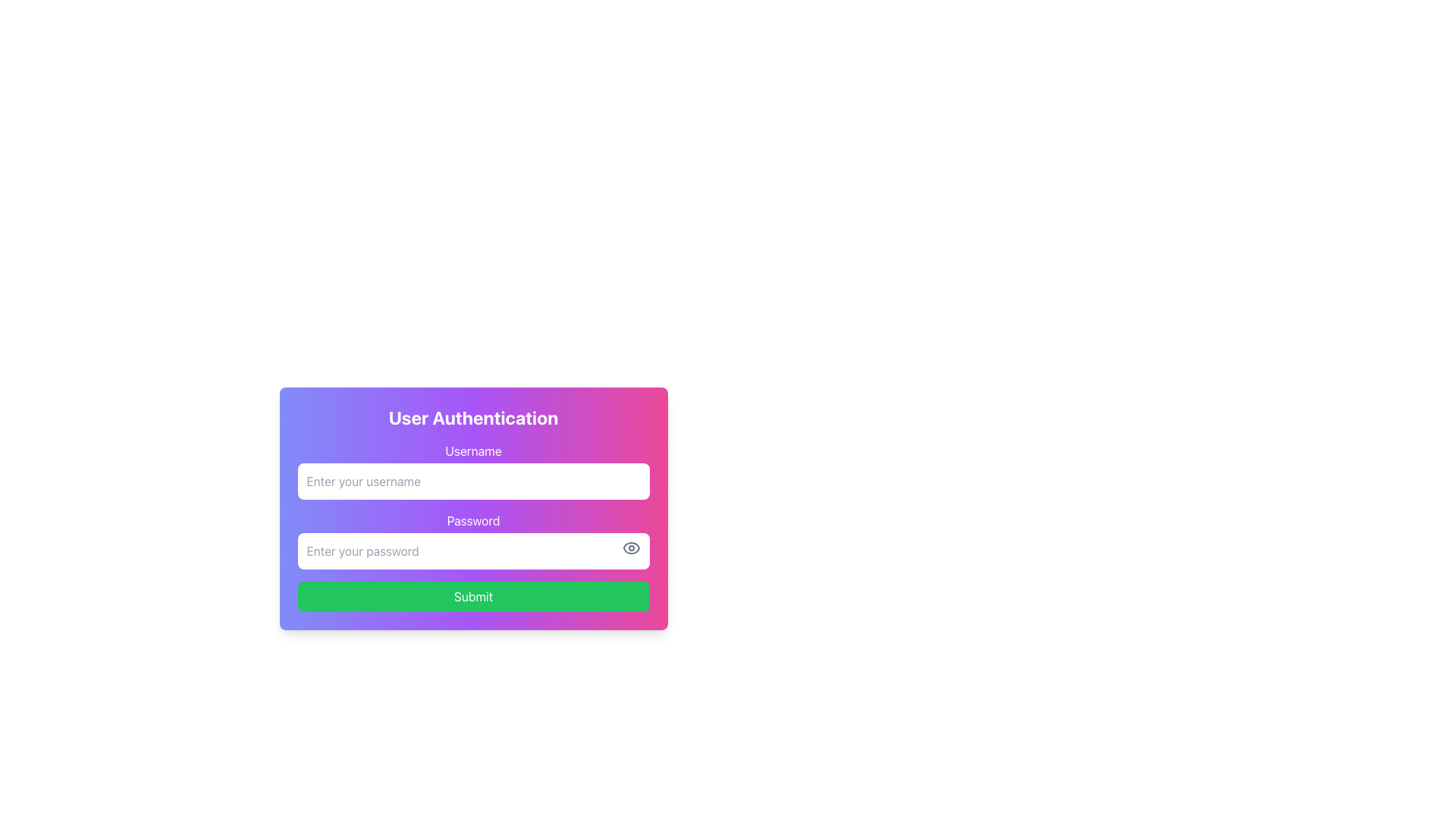  What do you see at coordinates (472, 470) in the screenshot?
I see `the text input field labeled 'Username' to focus and allow user input` at bounding box center [472, 470].